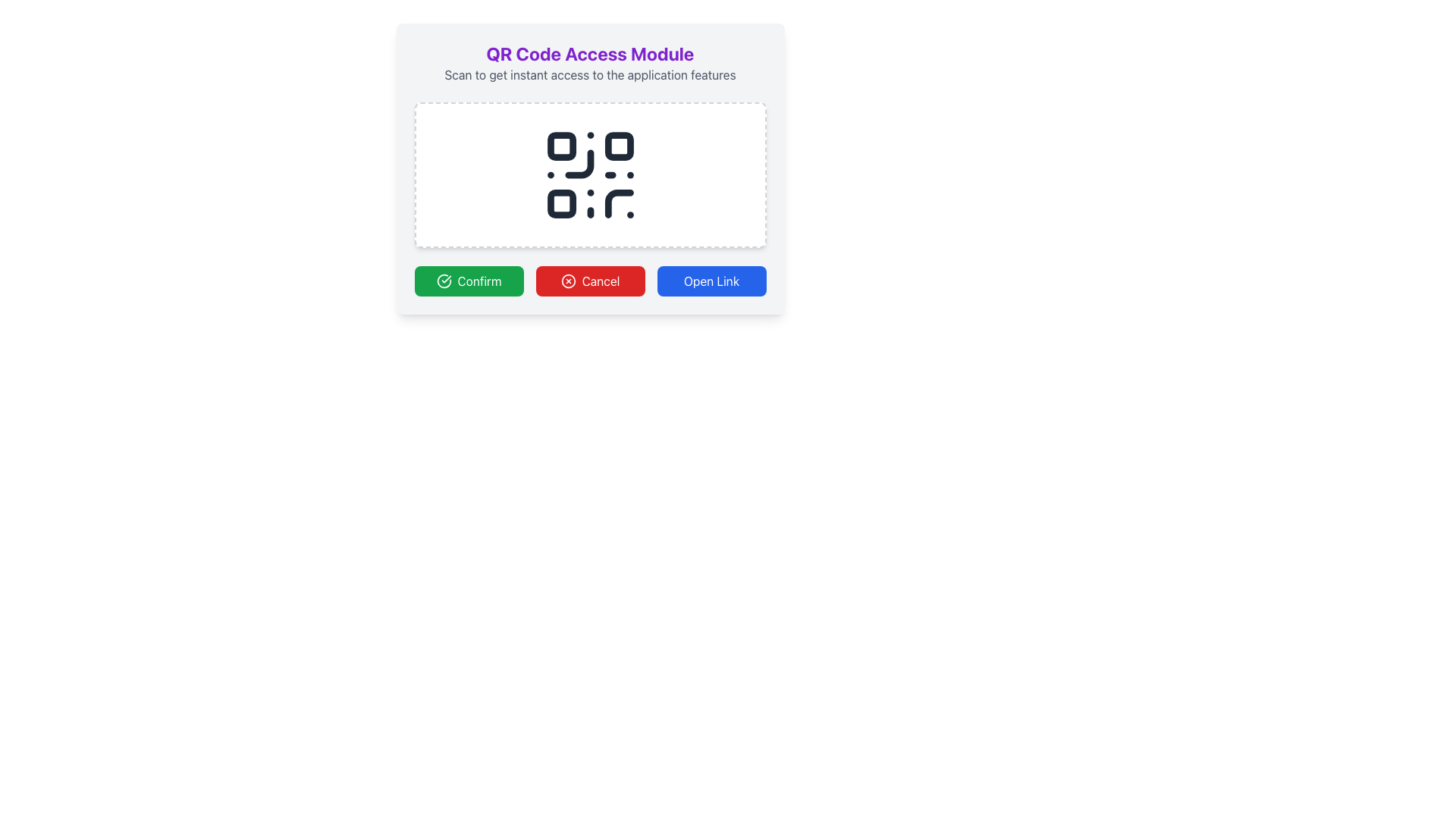 The height and width of the screenshot is (819, 1456). I want to click on the QR code displayed in the graphical box located within the 'QR Code Access Module' for scanning purposes, so click(589, 174).